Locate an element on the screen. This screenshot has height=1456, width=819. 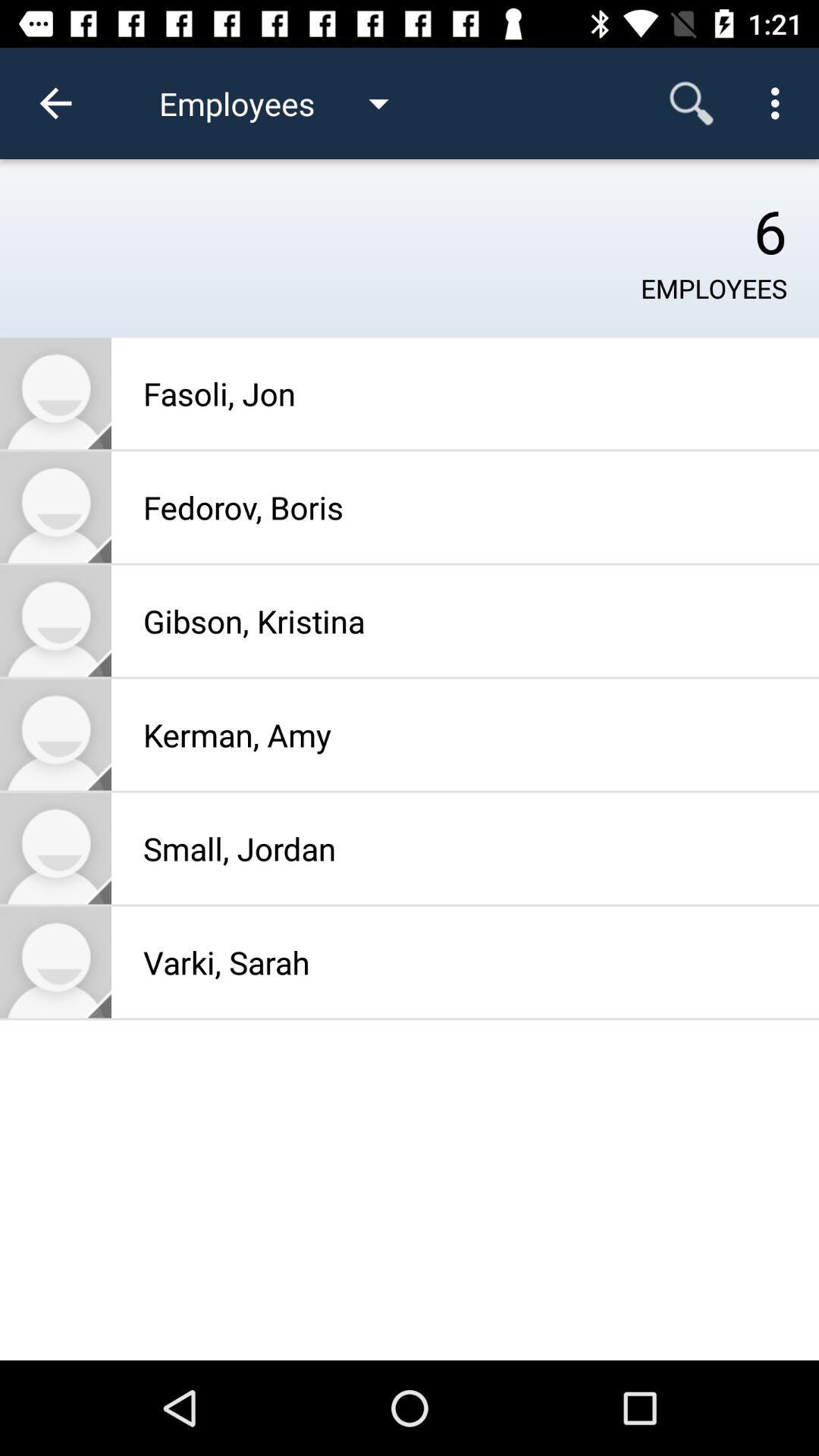
contact page is located at coordinates (55, 621).